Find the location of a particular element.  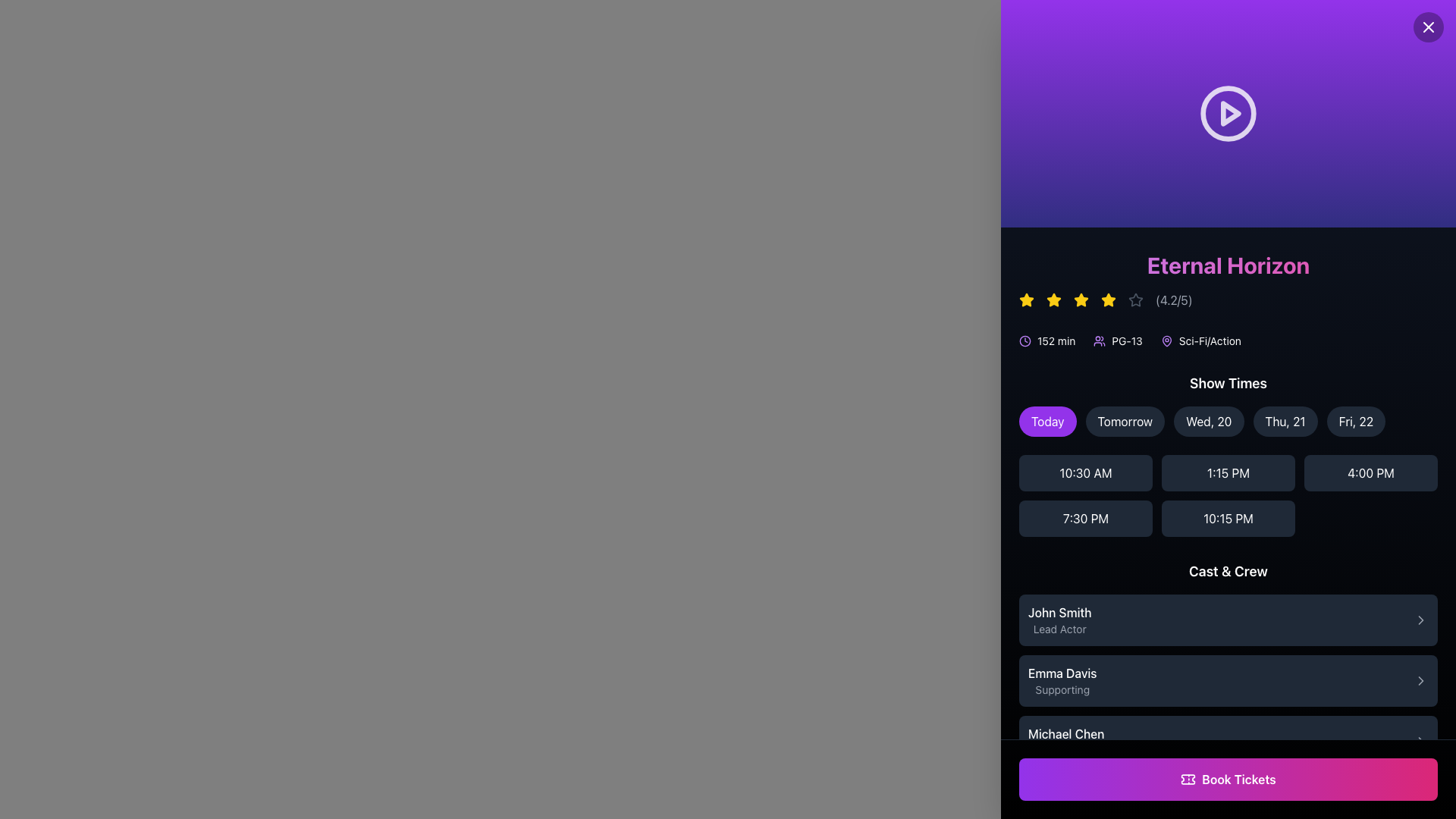

the icon of the third Text Label with Icon that displays the genre of the movie, located to the right of the 'PG-13' label and below the 'Eternal Horizon' title is located at coordinates (1200, 341).